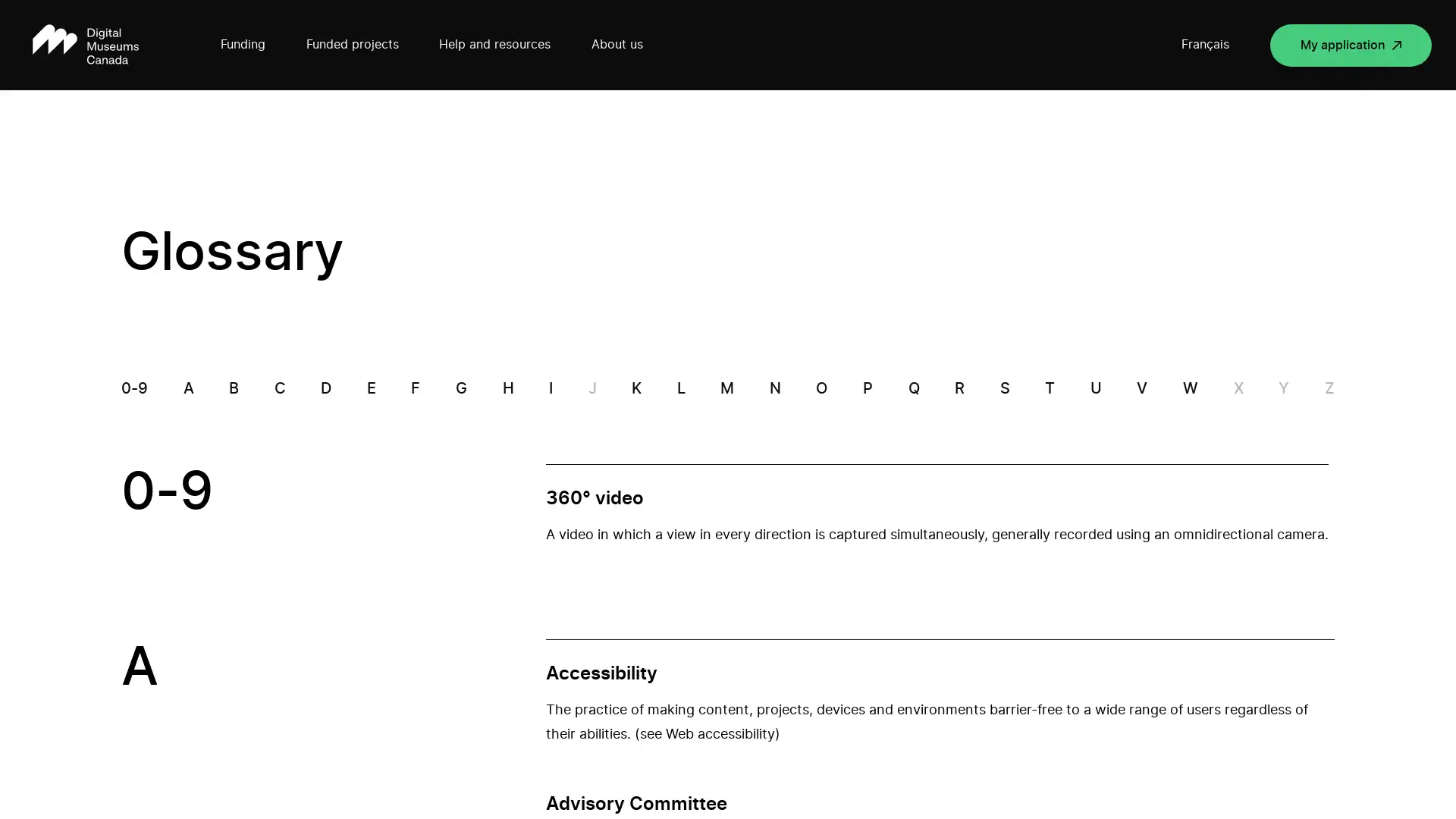  Describe the element at coordinates (1049, 388) in the screenshot. I see `T` at that location.